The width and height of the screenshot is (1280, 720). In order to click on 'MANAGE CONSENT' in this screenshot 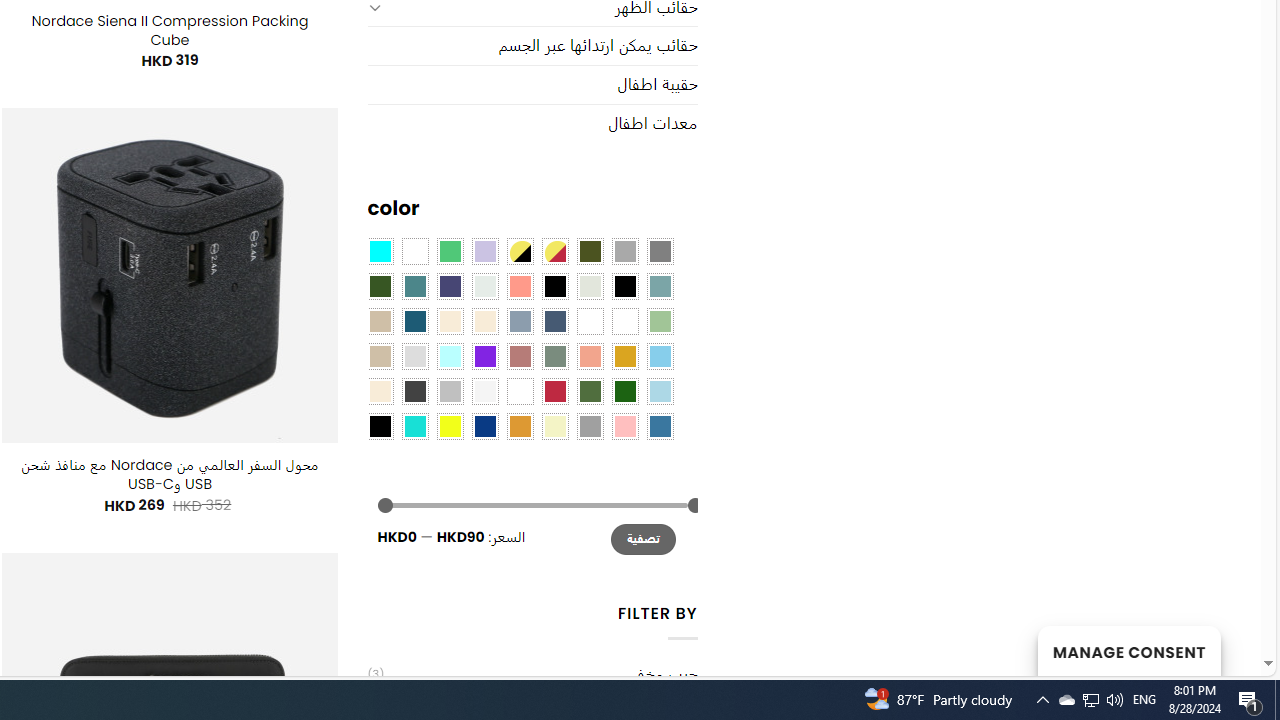, I will do `click(1128, 650)`.